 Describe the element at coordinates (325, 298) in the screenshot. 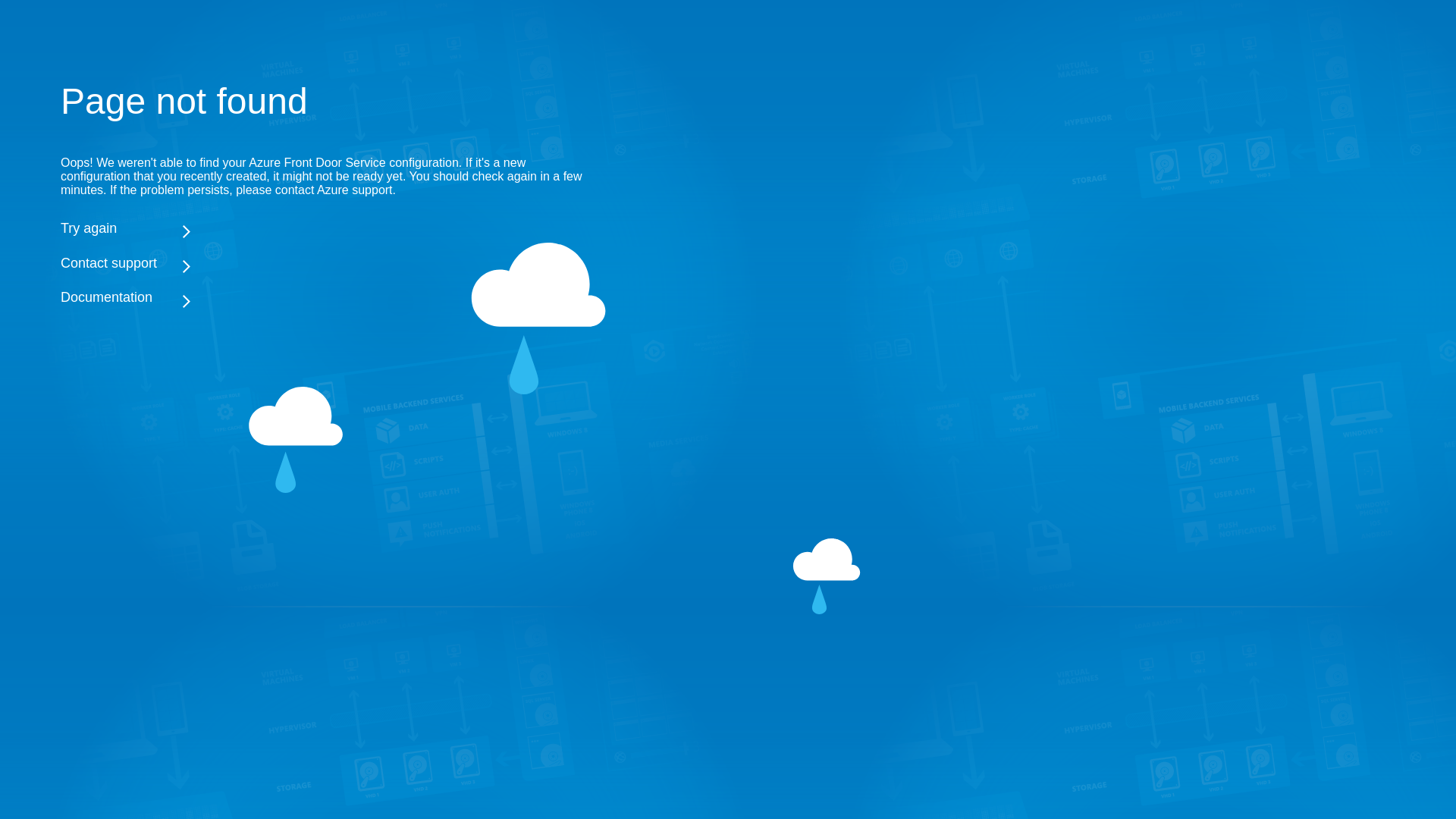

I see `'Documentation'` at that location.